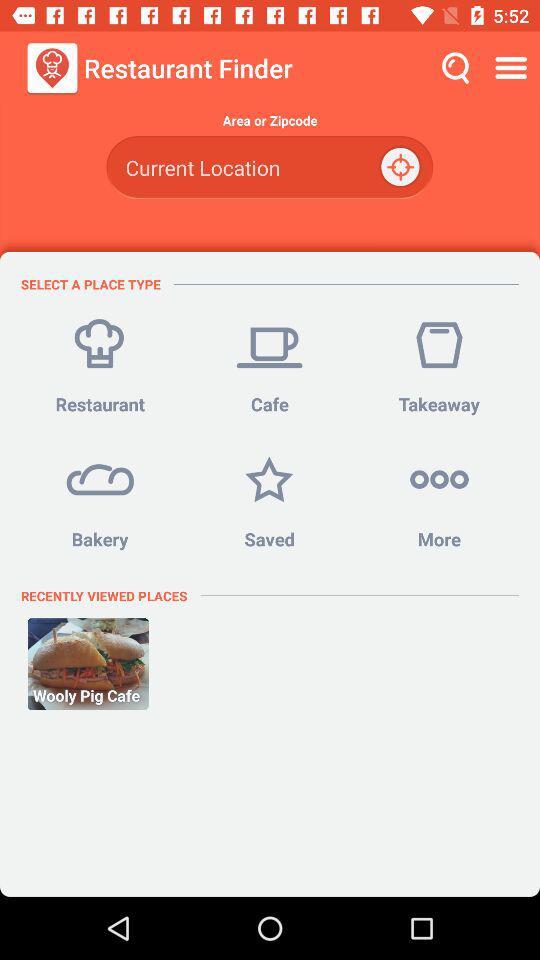  Describe the element at coordinates (269, 166) in the screenshot. I see `icon above select a place` at that location.